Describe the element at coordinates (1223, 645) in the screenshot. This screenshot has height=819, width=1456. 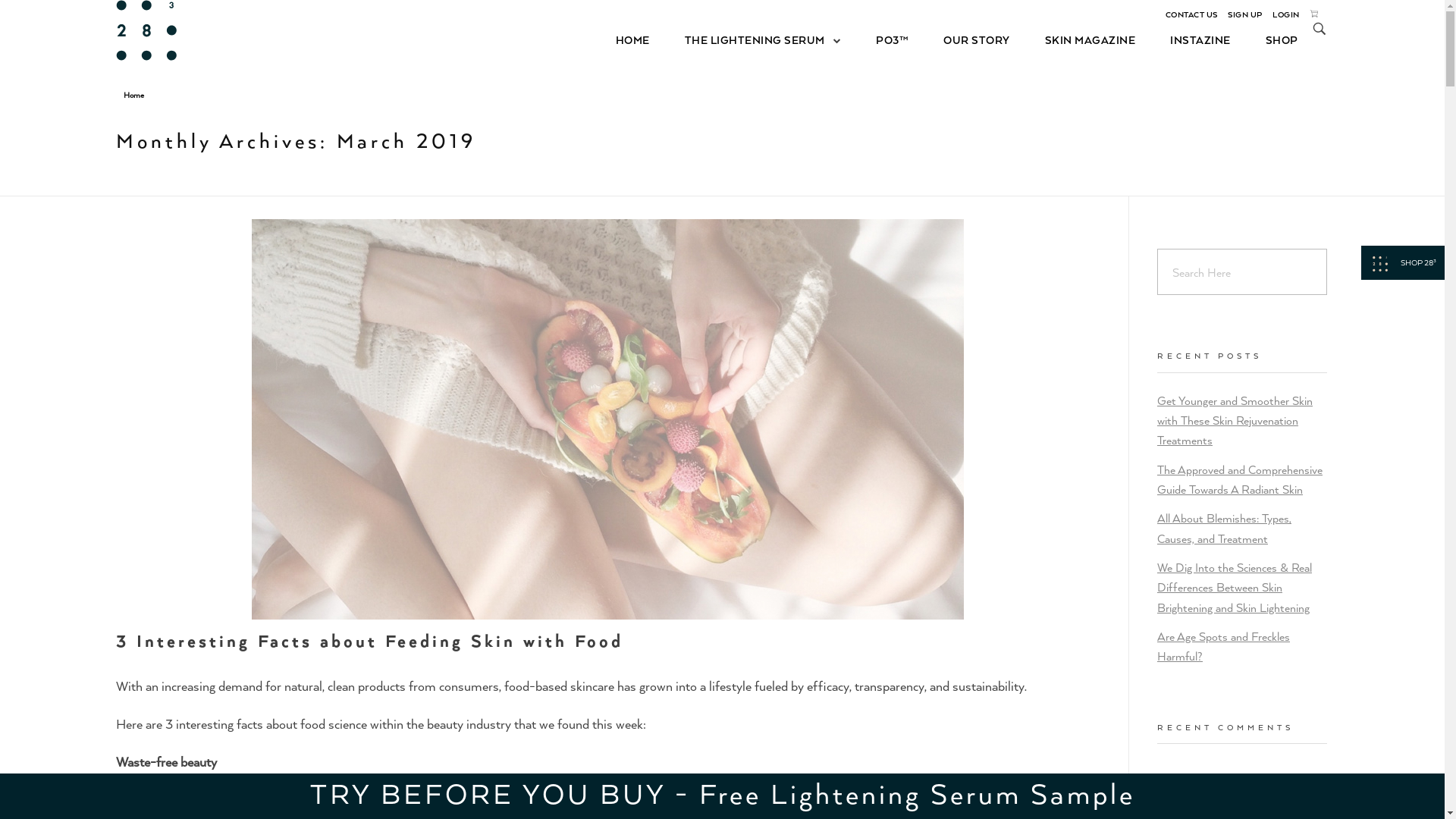
I see `'Are Age Spots and Freckles Harmful?'` at that location.